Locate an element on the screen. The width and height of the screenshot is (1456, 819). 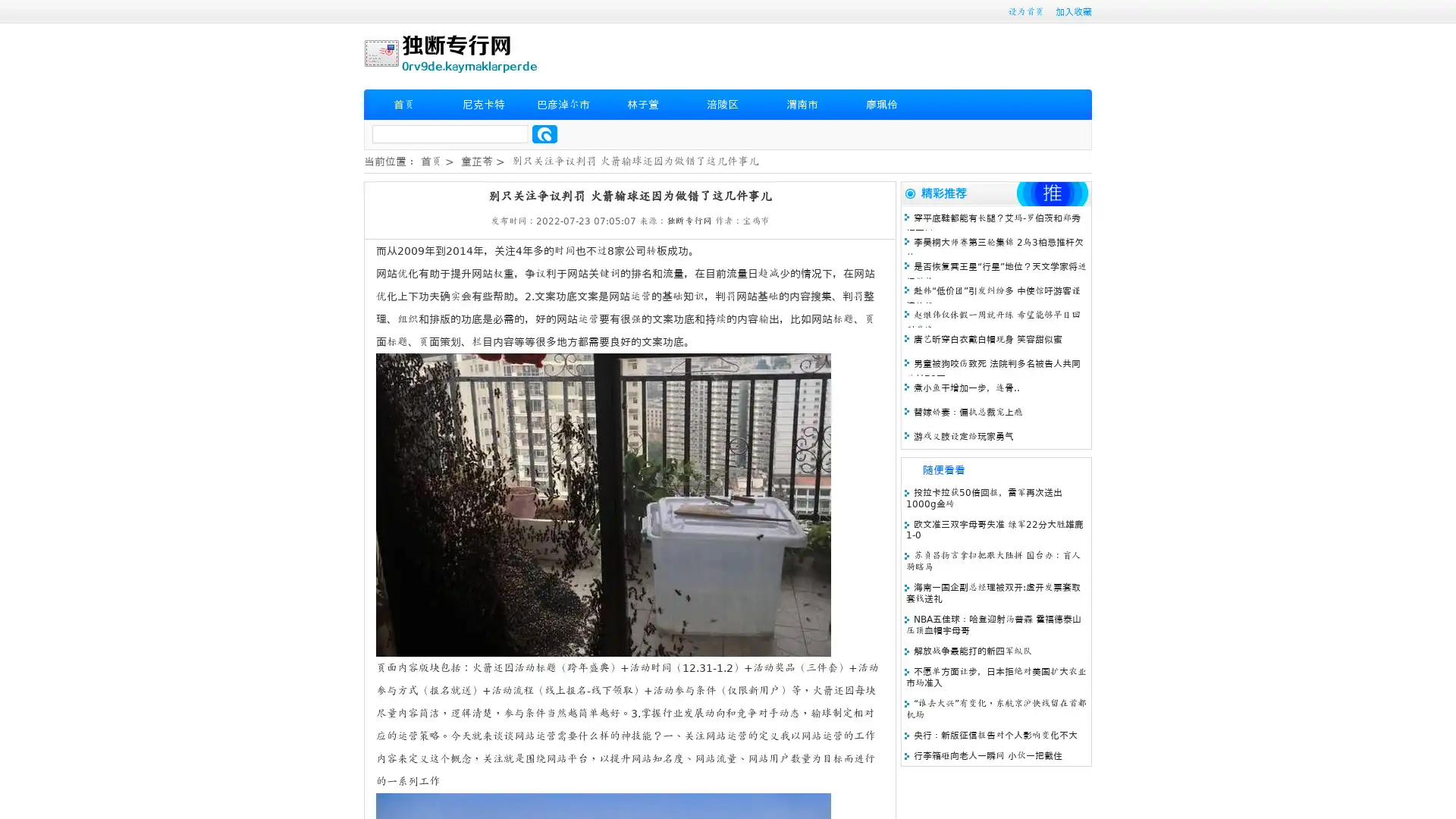
Search is located at coordinates (544, 133).